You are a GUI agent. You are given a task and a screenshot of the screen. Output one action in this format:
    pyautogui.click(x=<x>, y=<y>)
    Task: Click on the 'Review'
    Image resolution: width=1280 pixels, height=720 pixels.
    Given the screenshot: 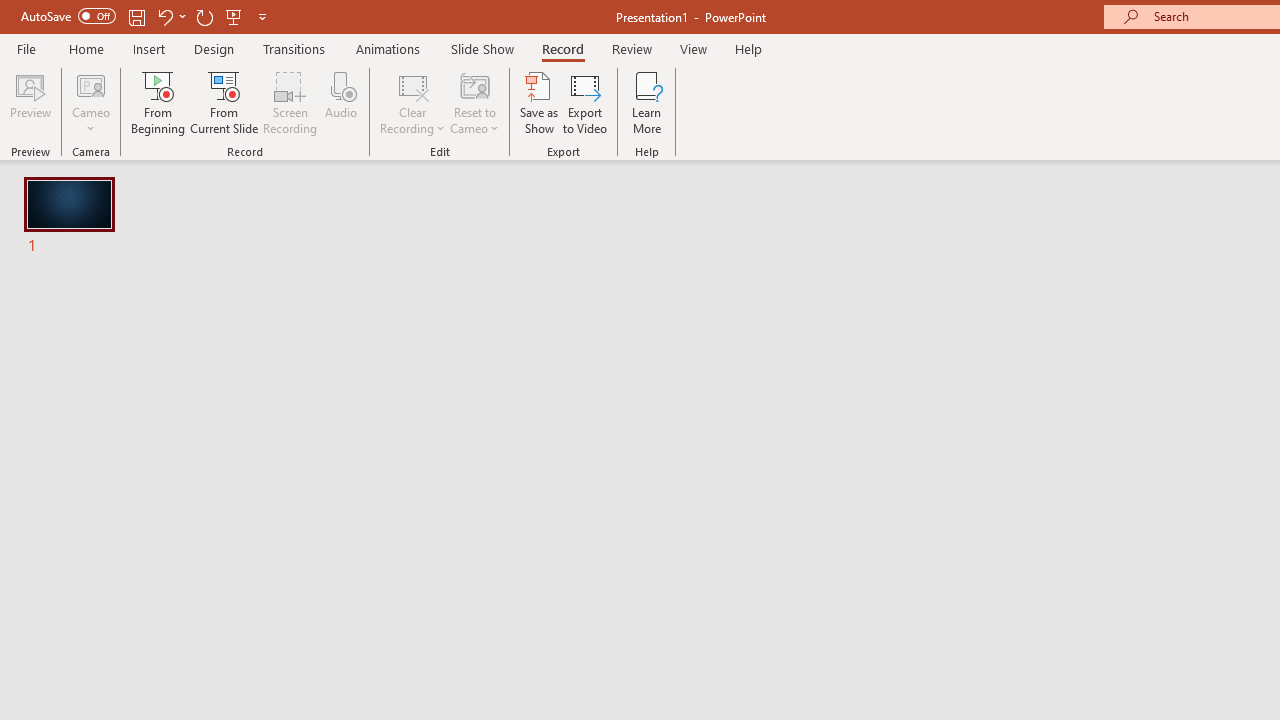 What is the action you would take?
    pyautogui.click(x=630, y=48)
    